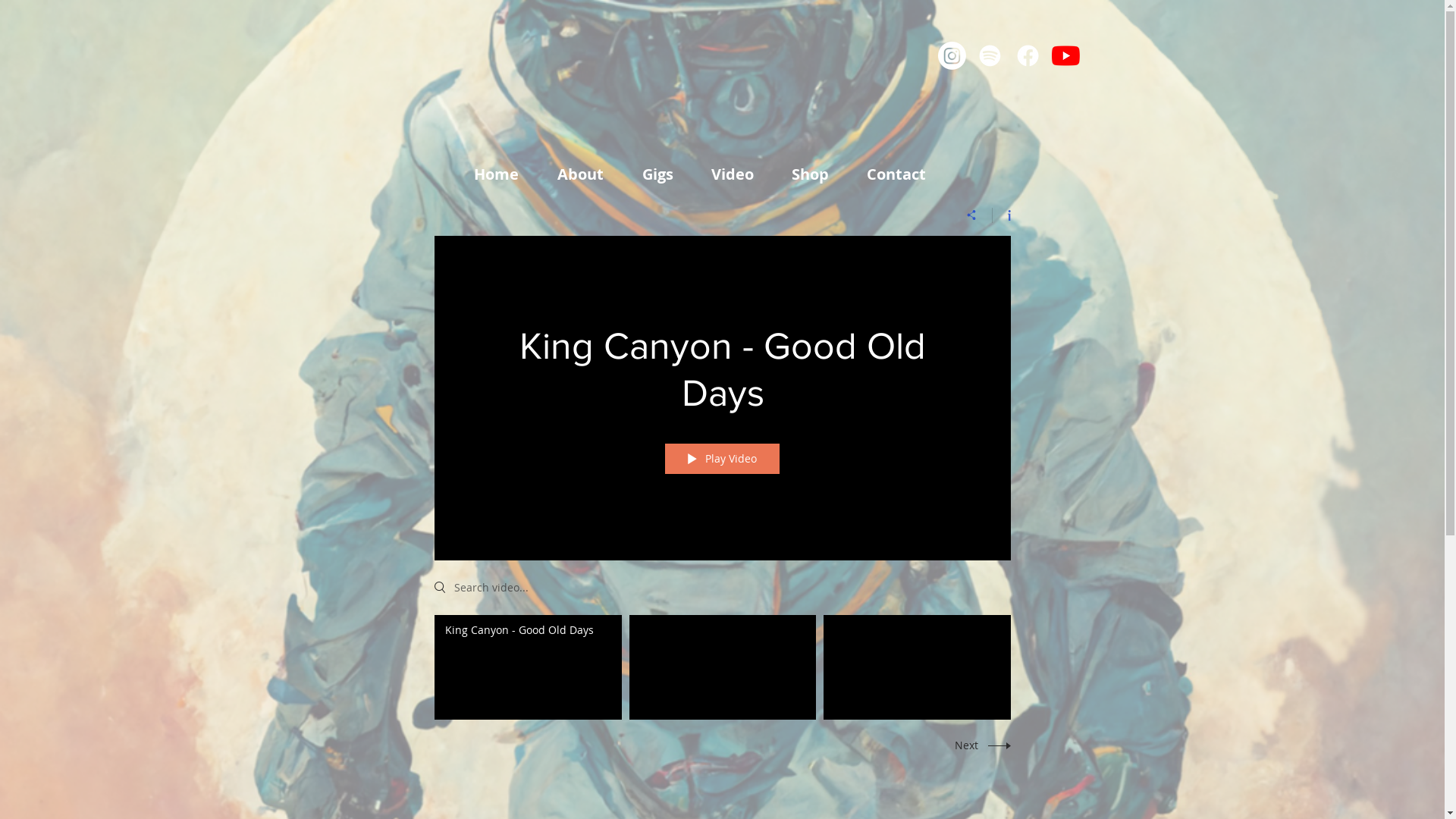 The height and width of the screenshot is (819, 1456). Describe the element at coordinates (977, 744) in the screenshot. I see `'Next'` at that location.